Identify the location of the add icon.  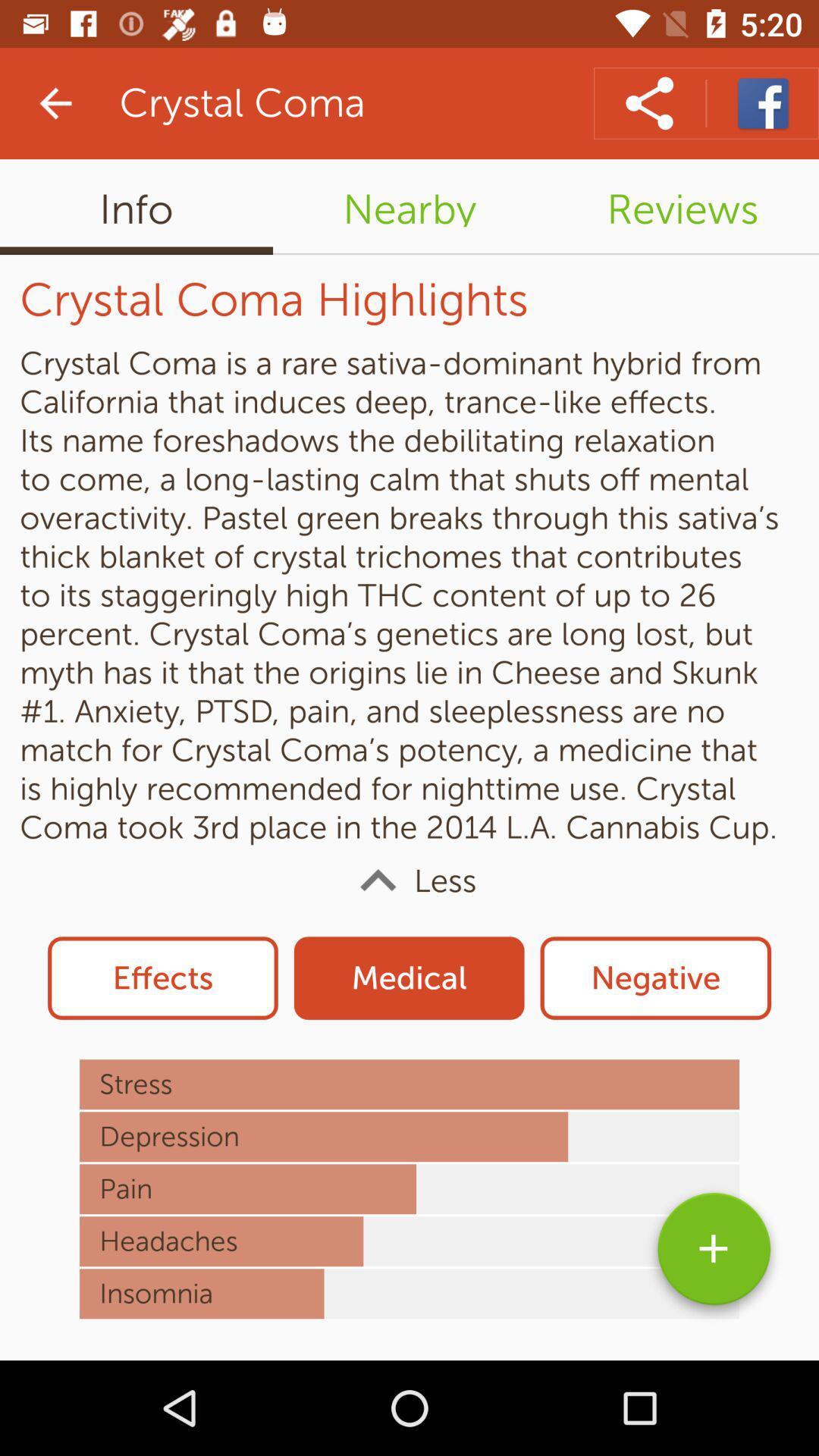
(714, 1254).